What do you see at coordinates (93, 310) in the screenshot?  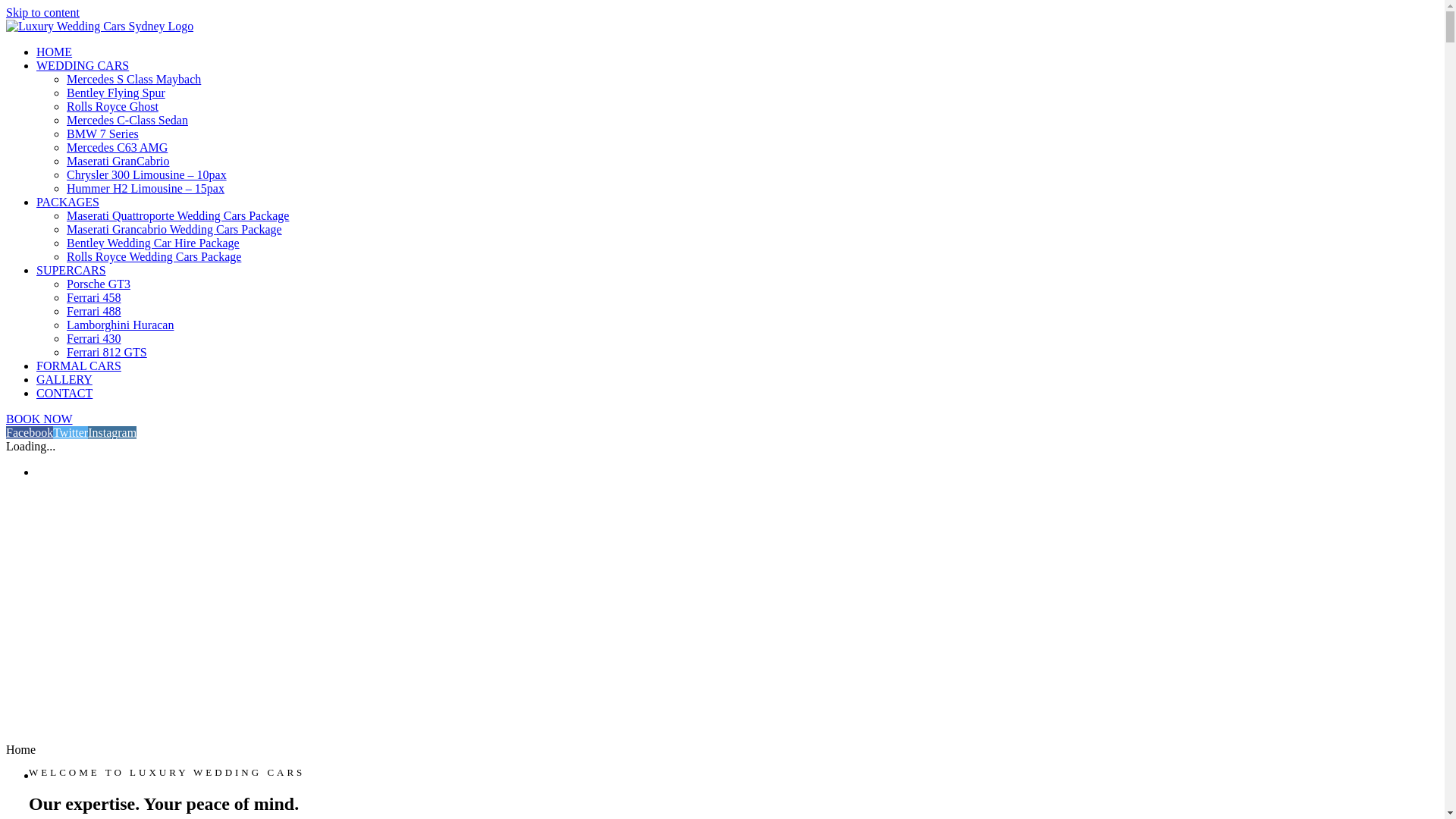 I see `'Ferrari 488'` at bounding box center [93, 310].